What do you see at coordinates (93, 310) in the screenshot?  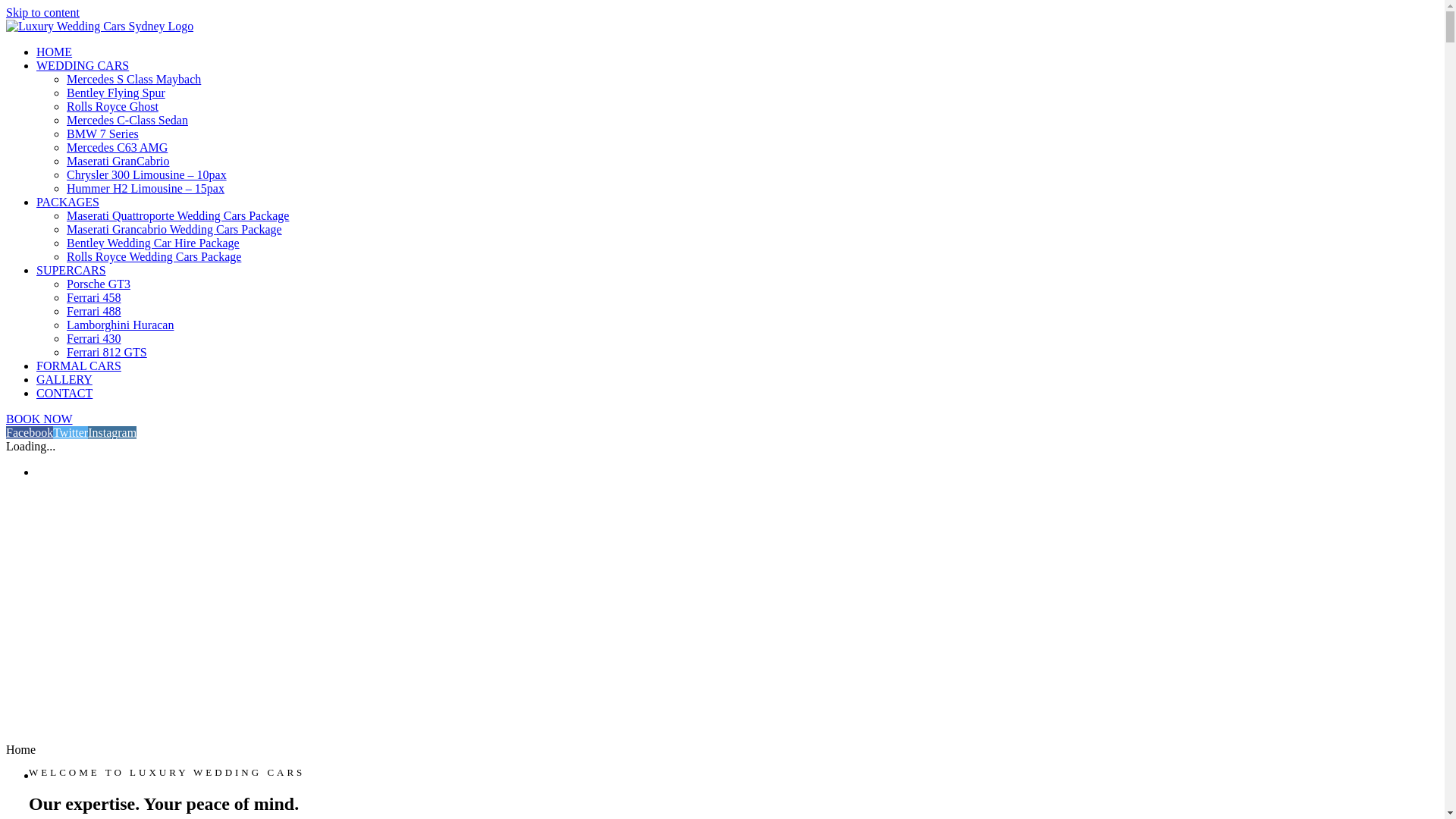 I see `'Ferrari 488'` at bounding box center [93, 310].